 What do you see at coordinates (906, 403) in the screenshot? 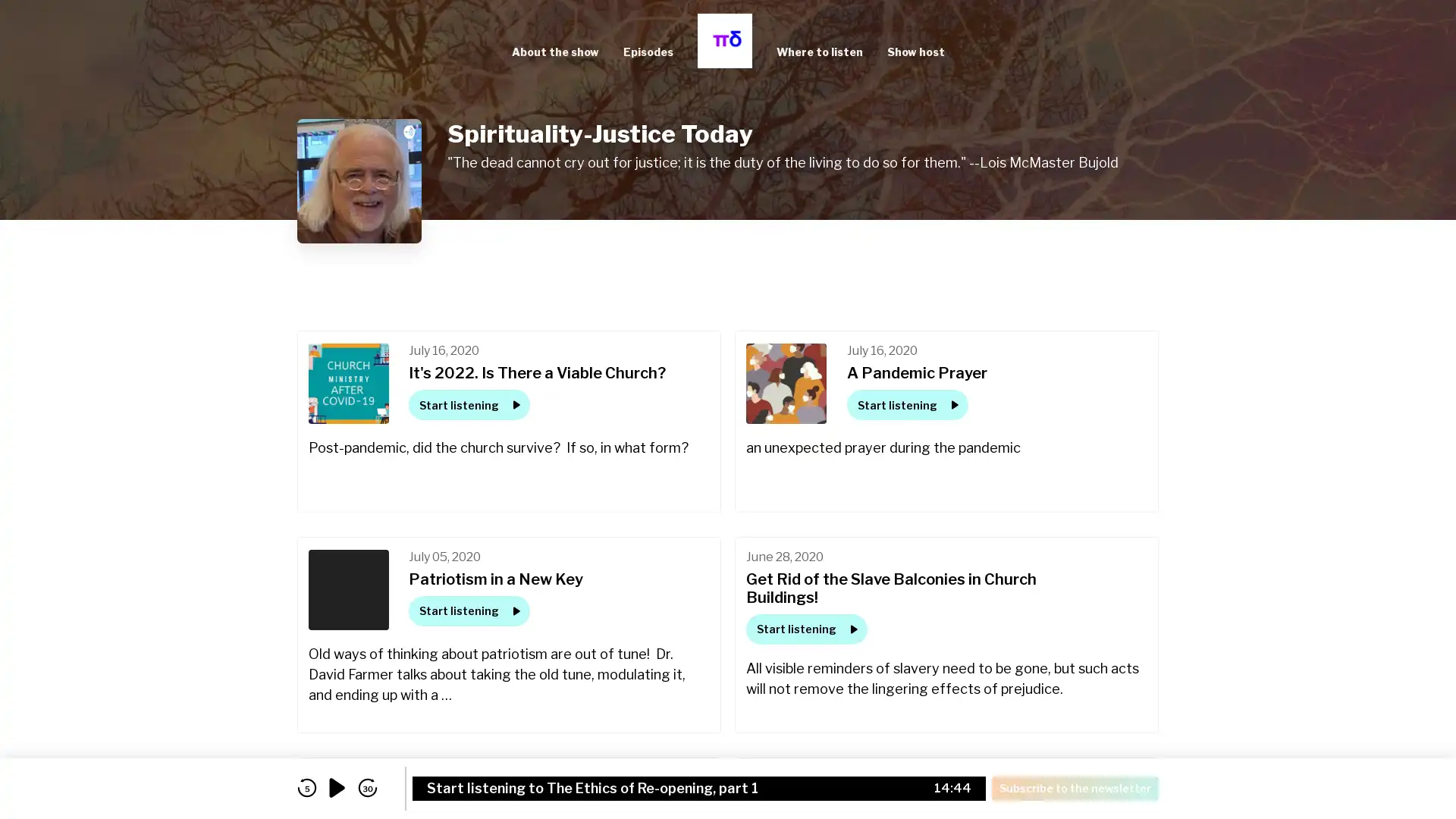
I see `Start listening` at bounding box center [906, 403].